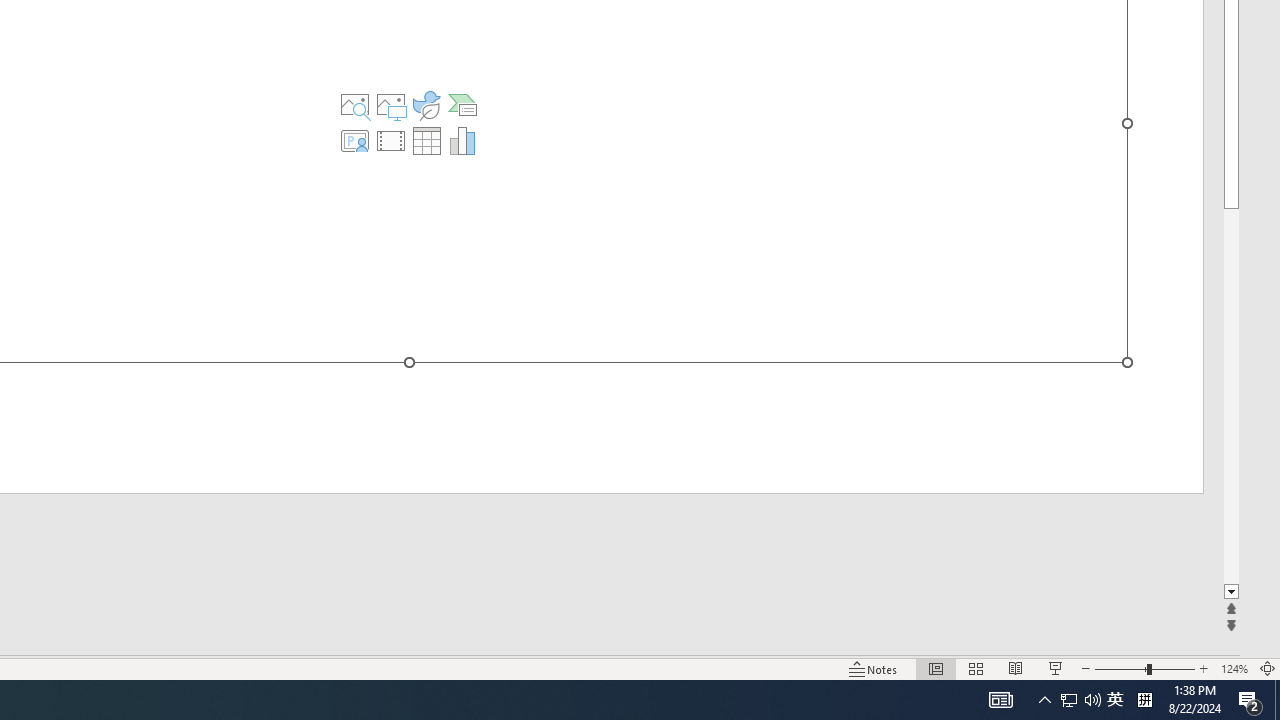 This screenshot has width=1280, height=720. Describe the element at coordinates (1233, 669) in the screenshot. I see `'Zoom 124%'` at that location.